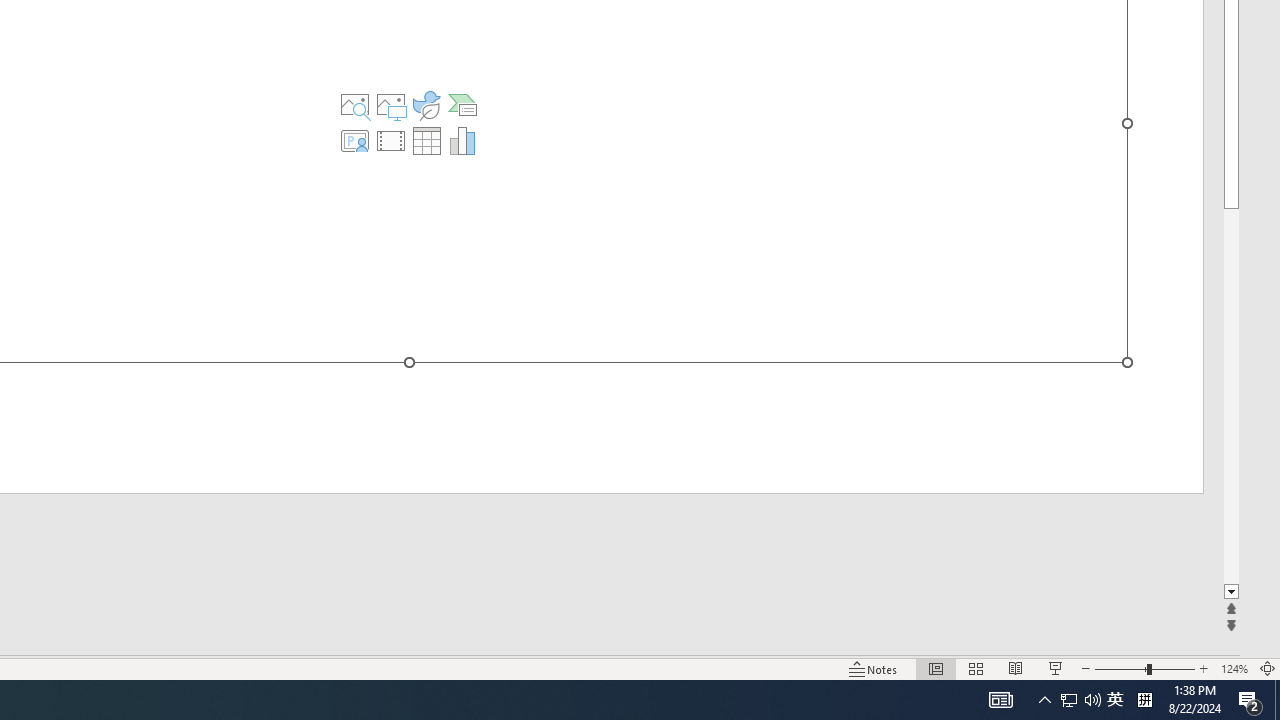 This screenshot has width=1280, height=720. Describe the element at coordinates (1233, 669) in the screenshot. I see `'Zoom 124%'` at that location.